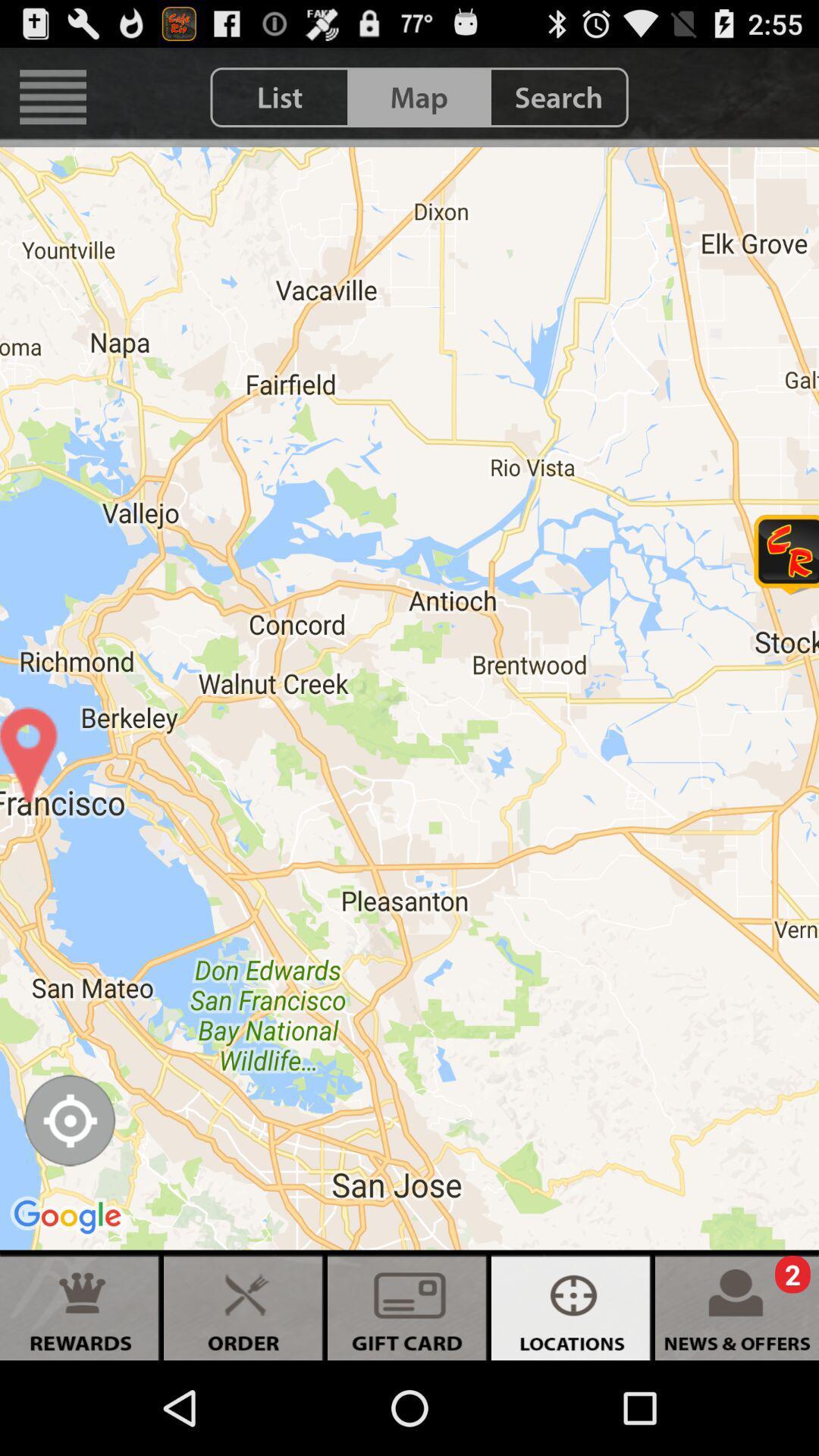  What do you see at coordinates (52, 96) in the screenshot?
I see `the icon to the left of list` at bounding box center [52, 96].